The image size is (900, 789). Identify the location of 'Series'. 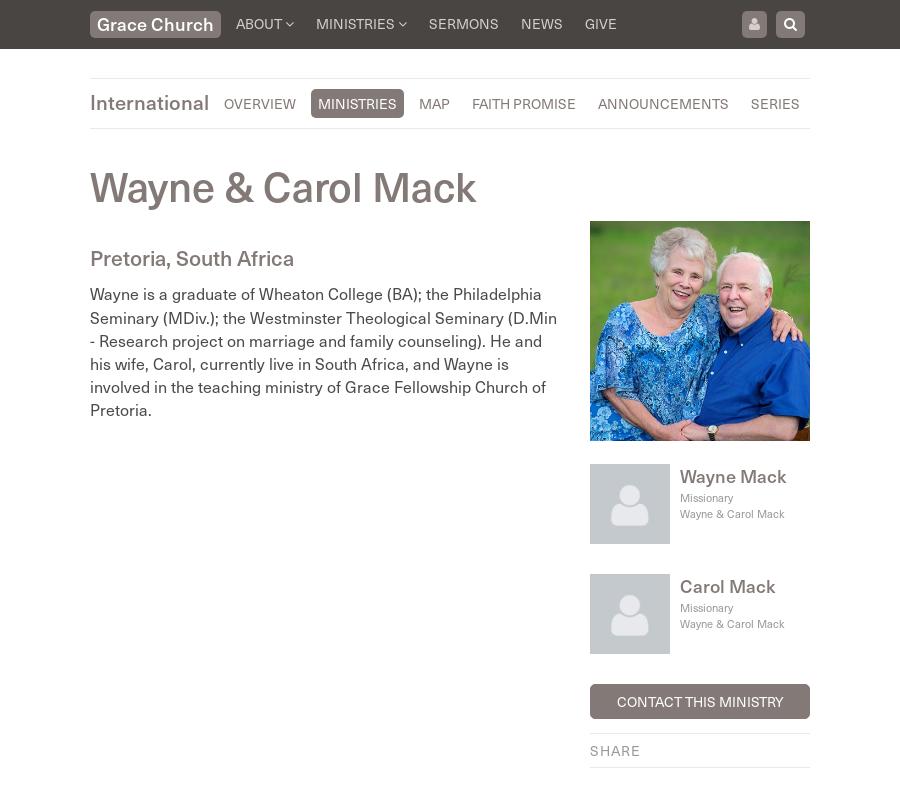
(749, 103).